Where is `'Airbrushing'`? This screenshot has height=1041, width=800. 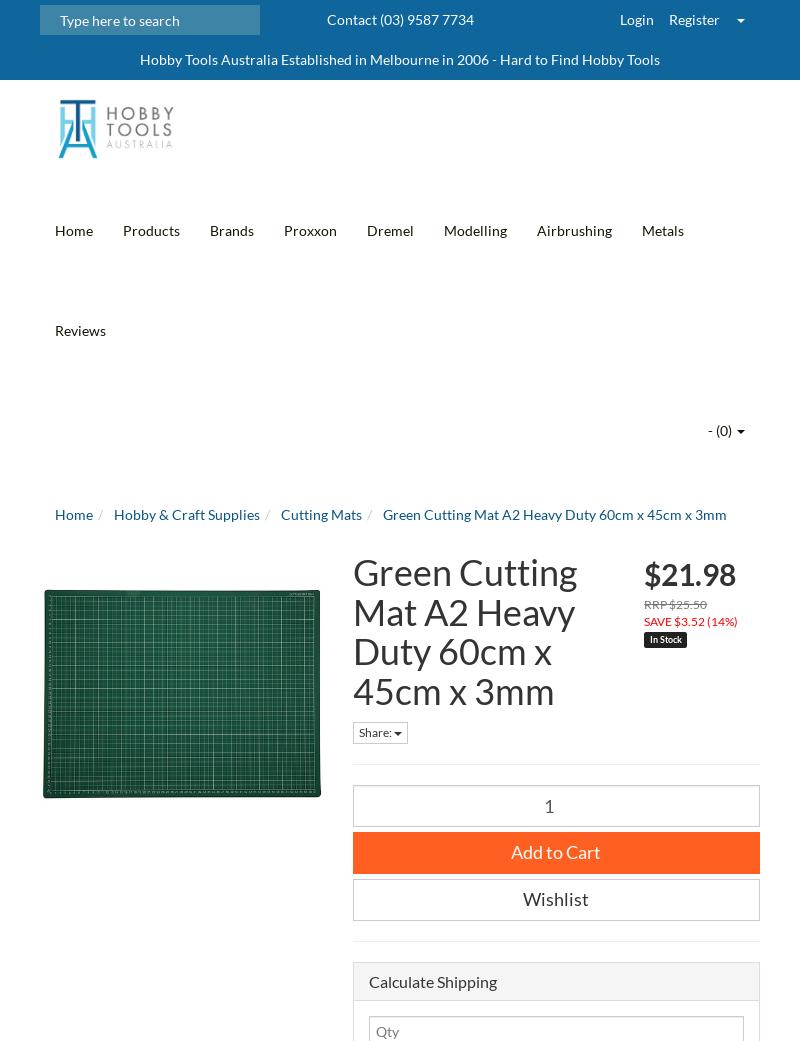
'Airbrushing' is located at coordinates (573, 229).